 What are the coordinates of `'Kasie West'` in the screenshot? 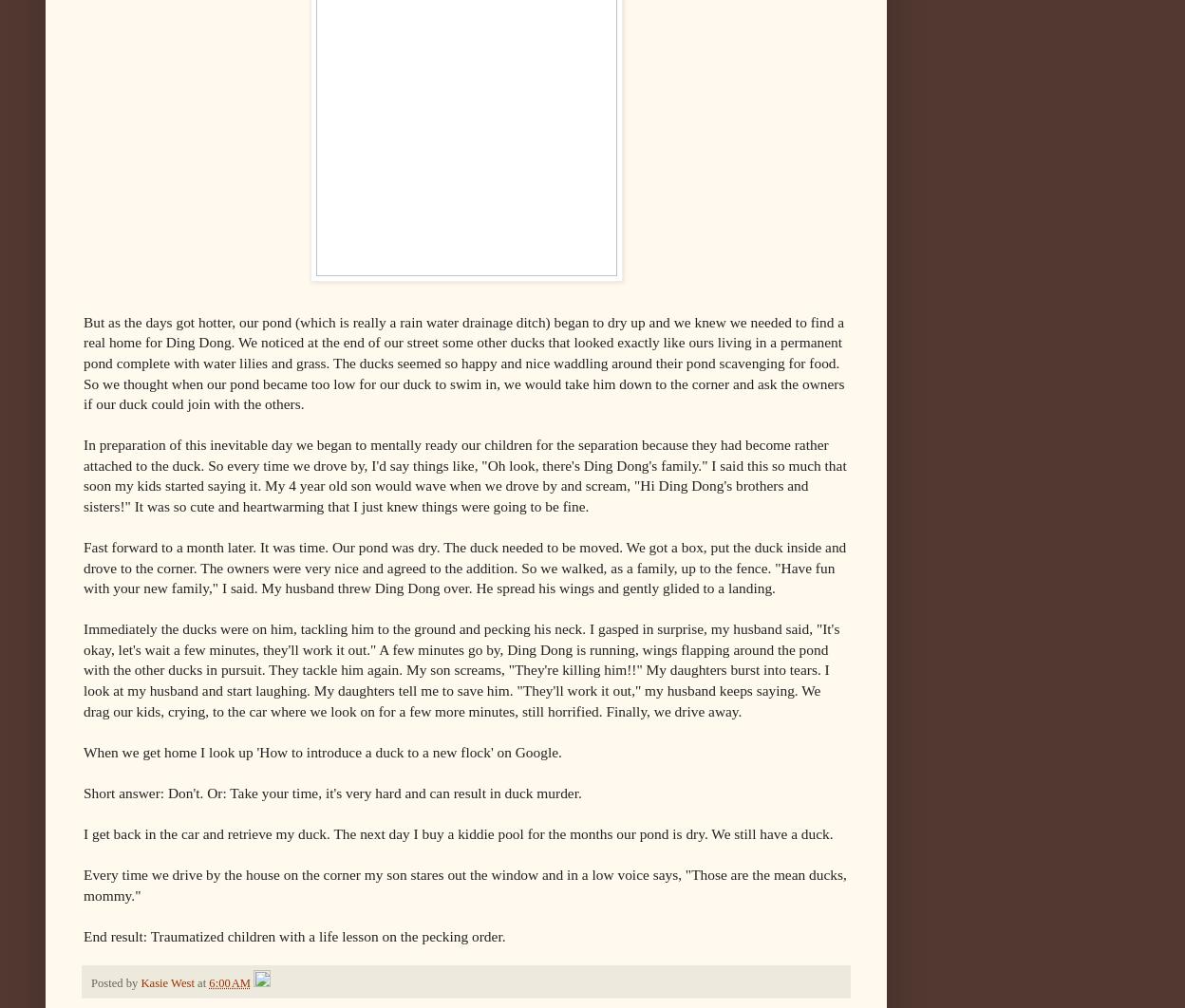 It's located at (165, 981).